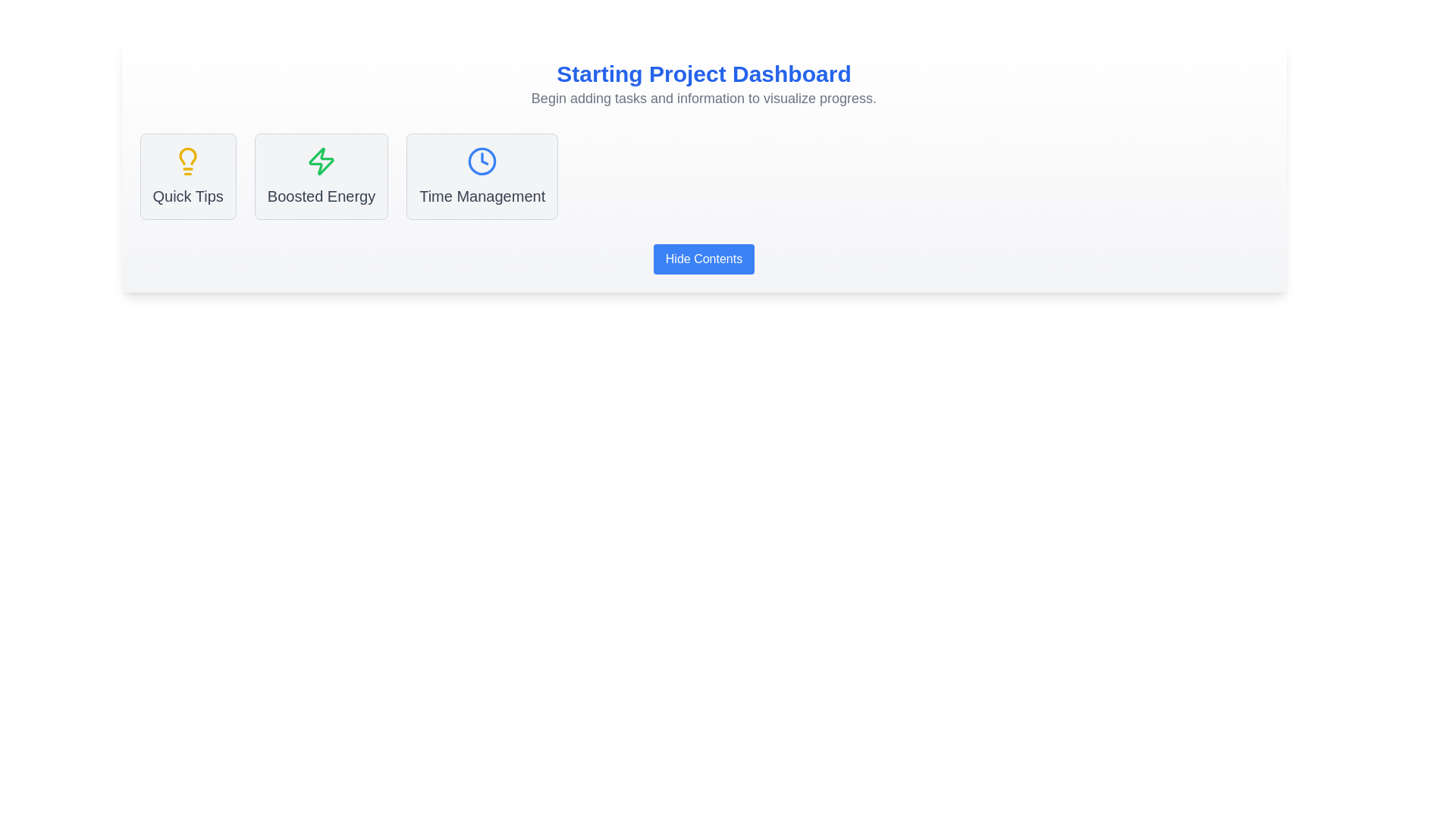  I want to click on keyboard navigation, so click(703, 259).